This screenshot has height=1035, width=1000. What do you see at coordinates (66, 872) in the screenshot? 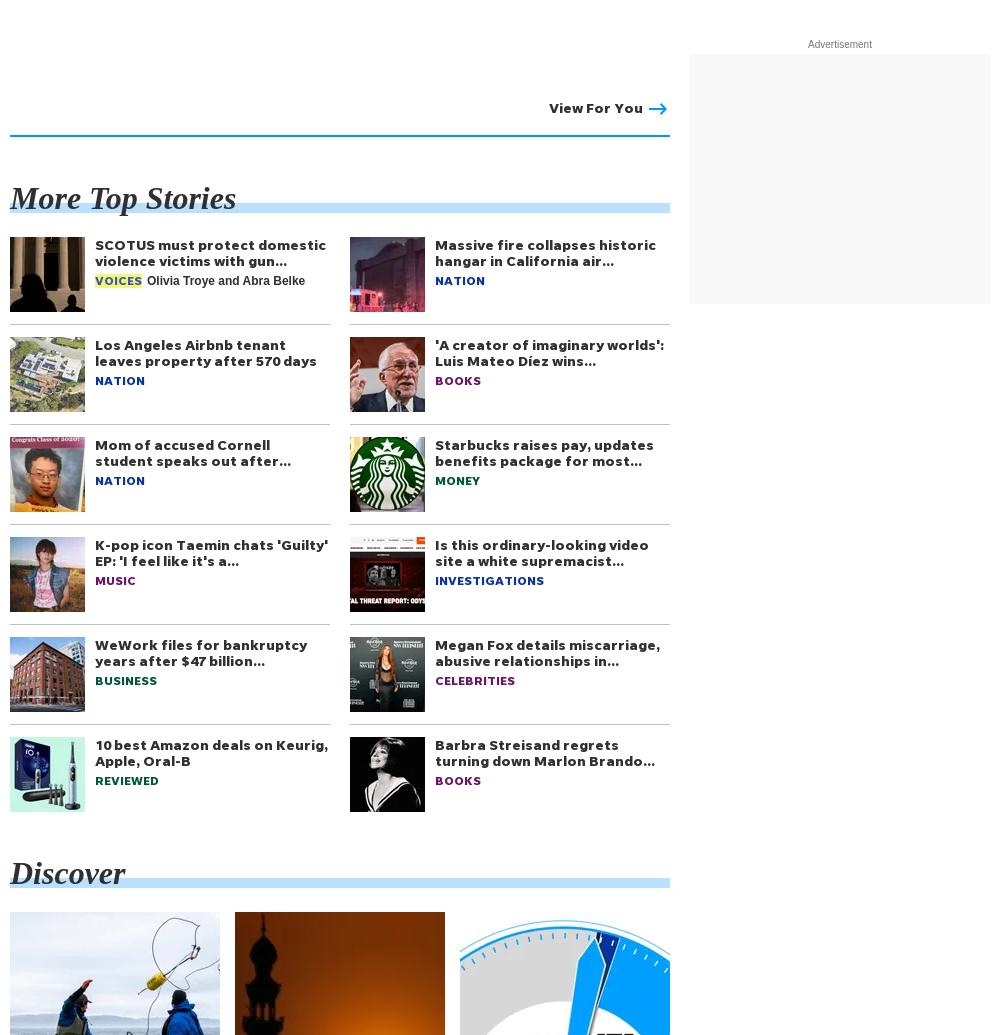
I see `'Discover'` at bounding box center [66, 872].